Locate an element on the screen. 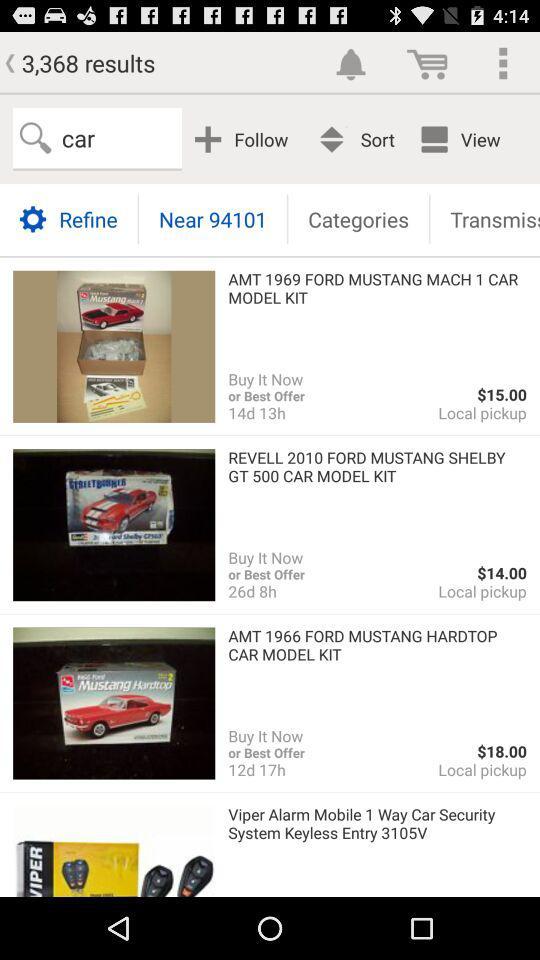 This screenshot has height=960, width=540. the transmission button is located at coordinates (484, 218).